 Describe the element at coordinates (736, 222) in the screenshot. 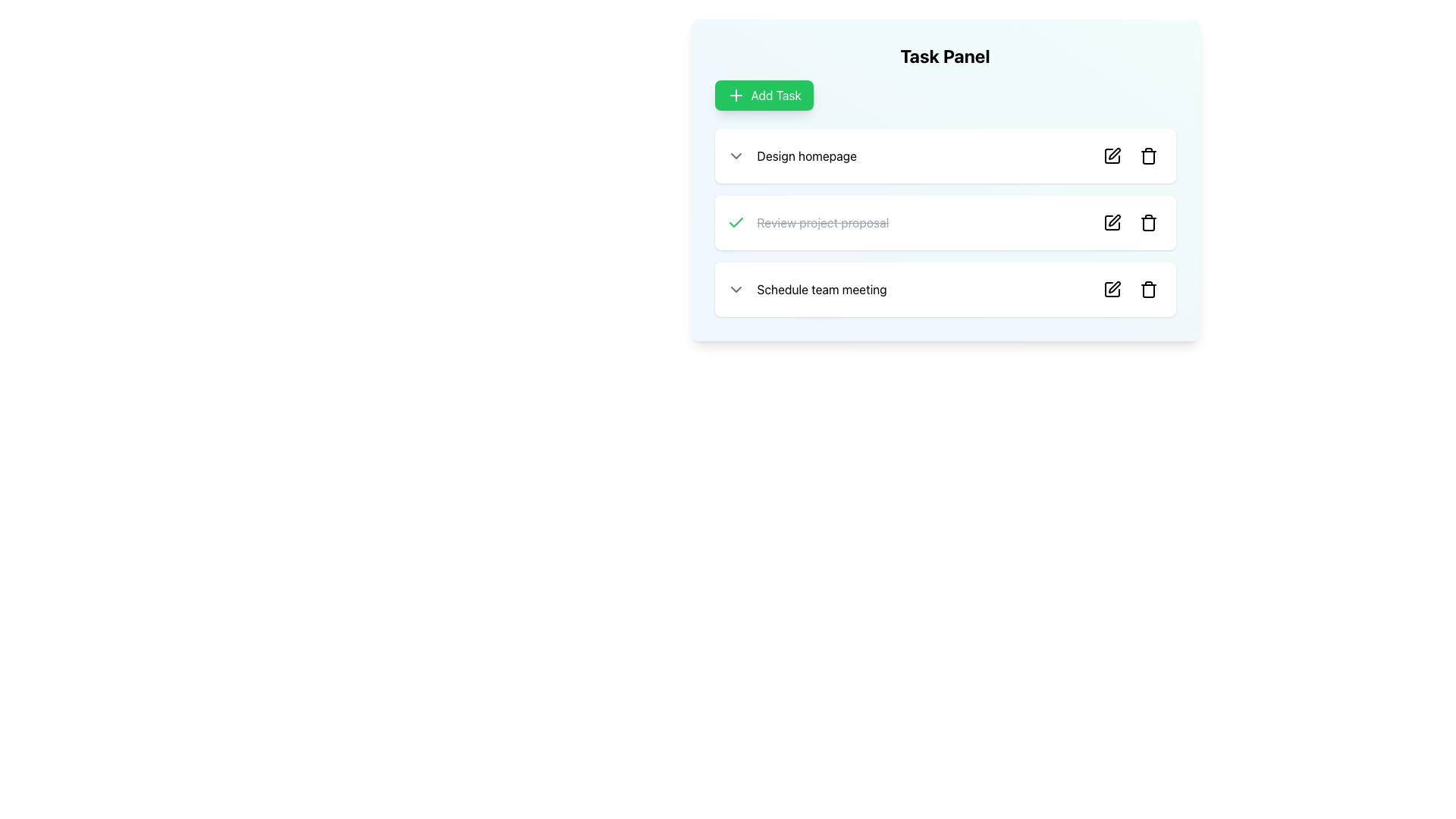

I see `the completion icon located to the left of the 'Review project proposal' task title` at that location.